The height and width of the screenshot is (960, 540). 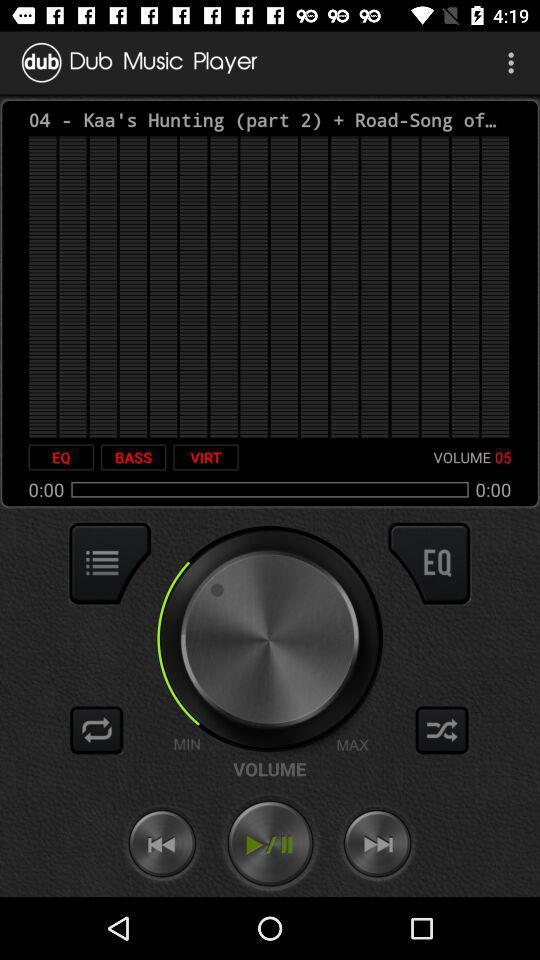 I want to click on the item next to  bass, so click(x=61, y=457).